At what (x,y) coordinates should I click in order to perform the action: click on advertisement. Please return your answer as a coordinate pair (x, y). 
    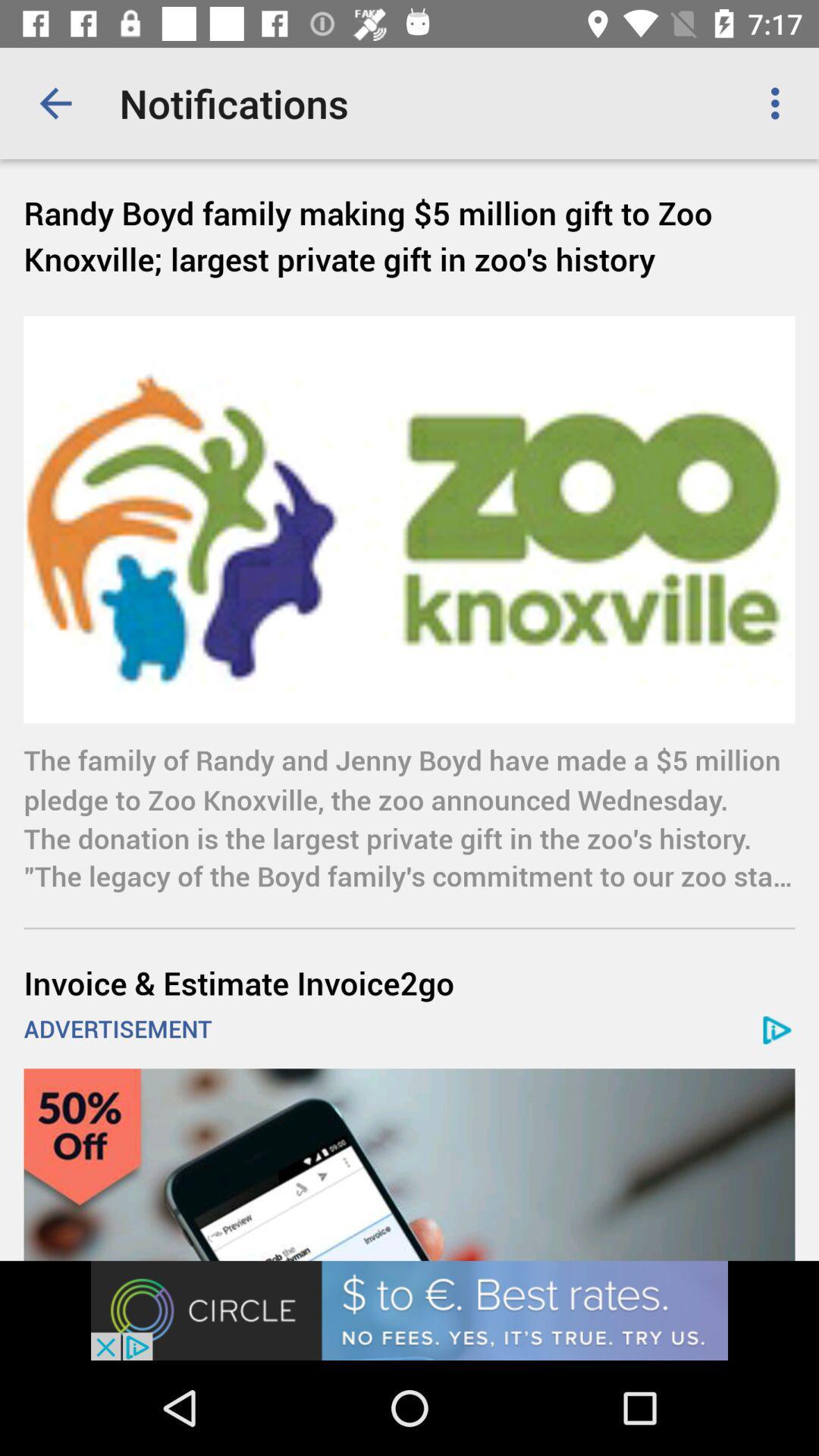
    Looking at the image, I should click on (409, 1164).